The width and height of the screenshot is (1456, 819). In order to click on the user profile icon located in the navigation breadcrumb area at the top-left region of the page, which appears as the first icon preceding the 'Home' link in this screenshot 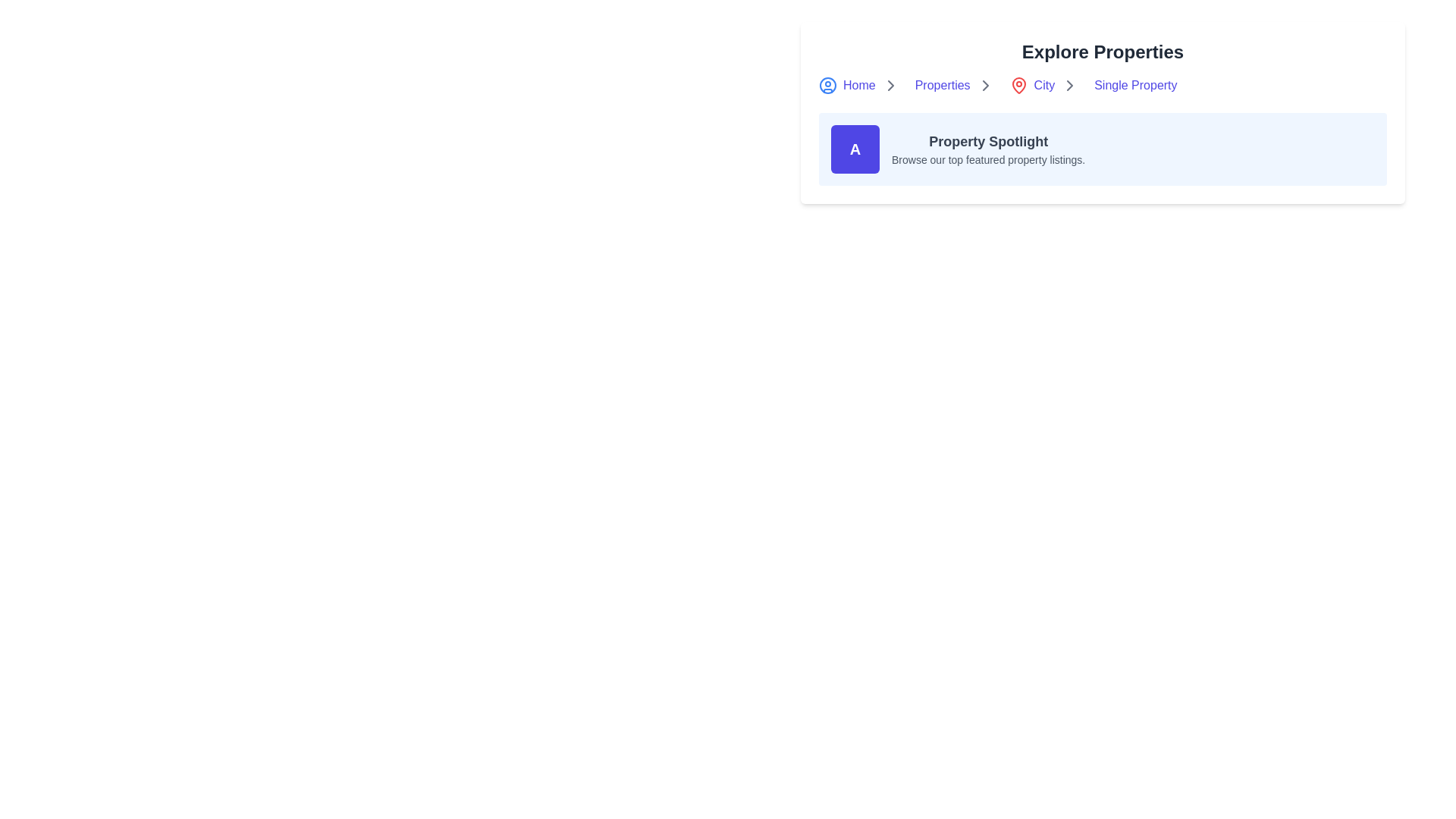, I will do `click(827, 85)`.